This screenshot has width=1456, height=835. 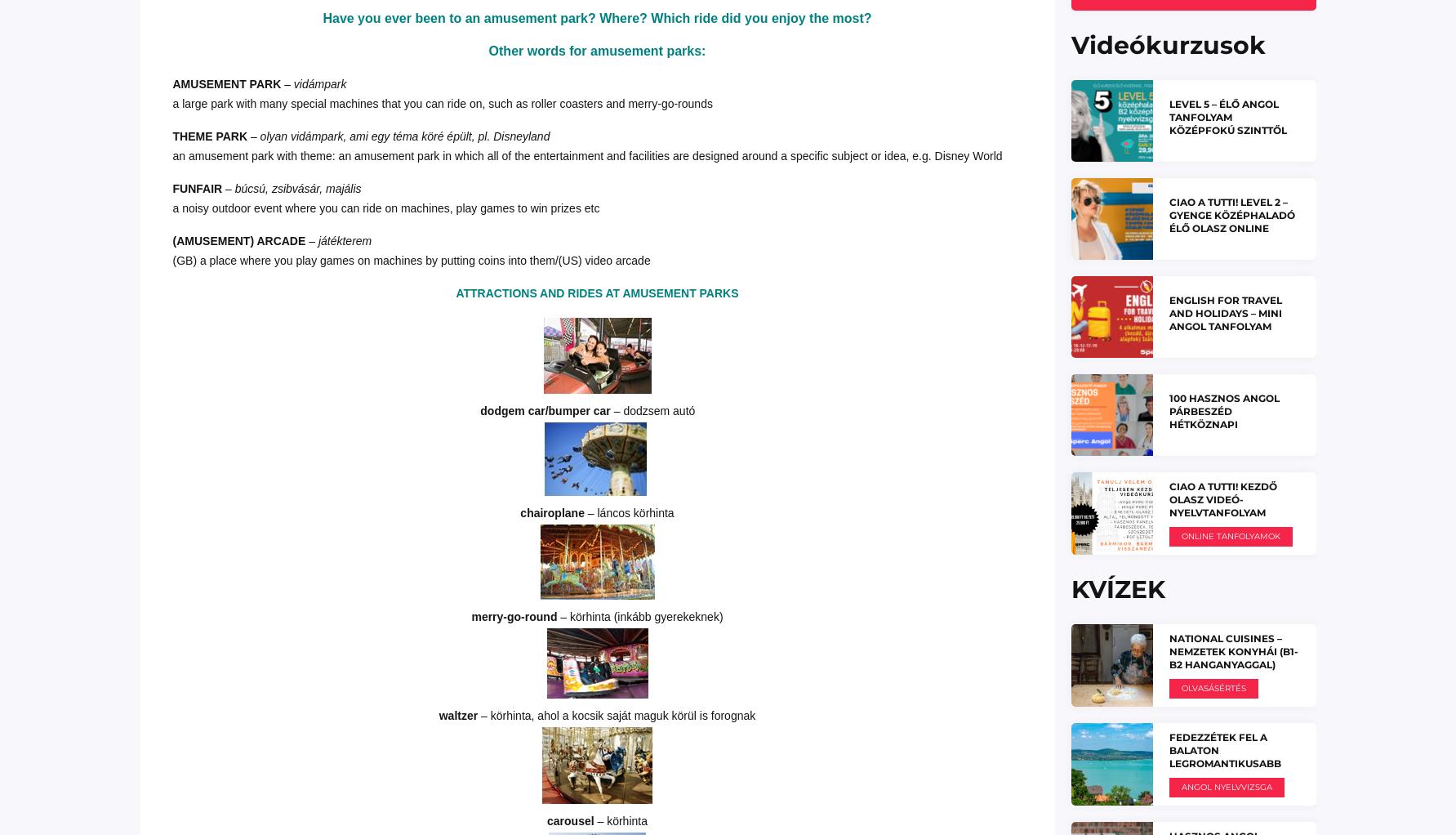 What do you see at coordinates (554, 511) in the screenshot?
I see `'chairoplane'` at bounding box center [554, 511].